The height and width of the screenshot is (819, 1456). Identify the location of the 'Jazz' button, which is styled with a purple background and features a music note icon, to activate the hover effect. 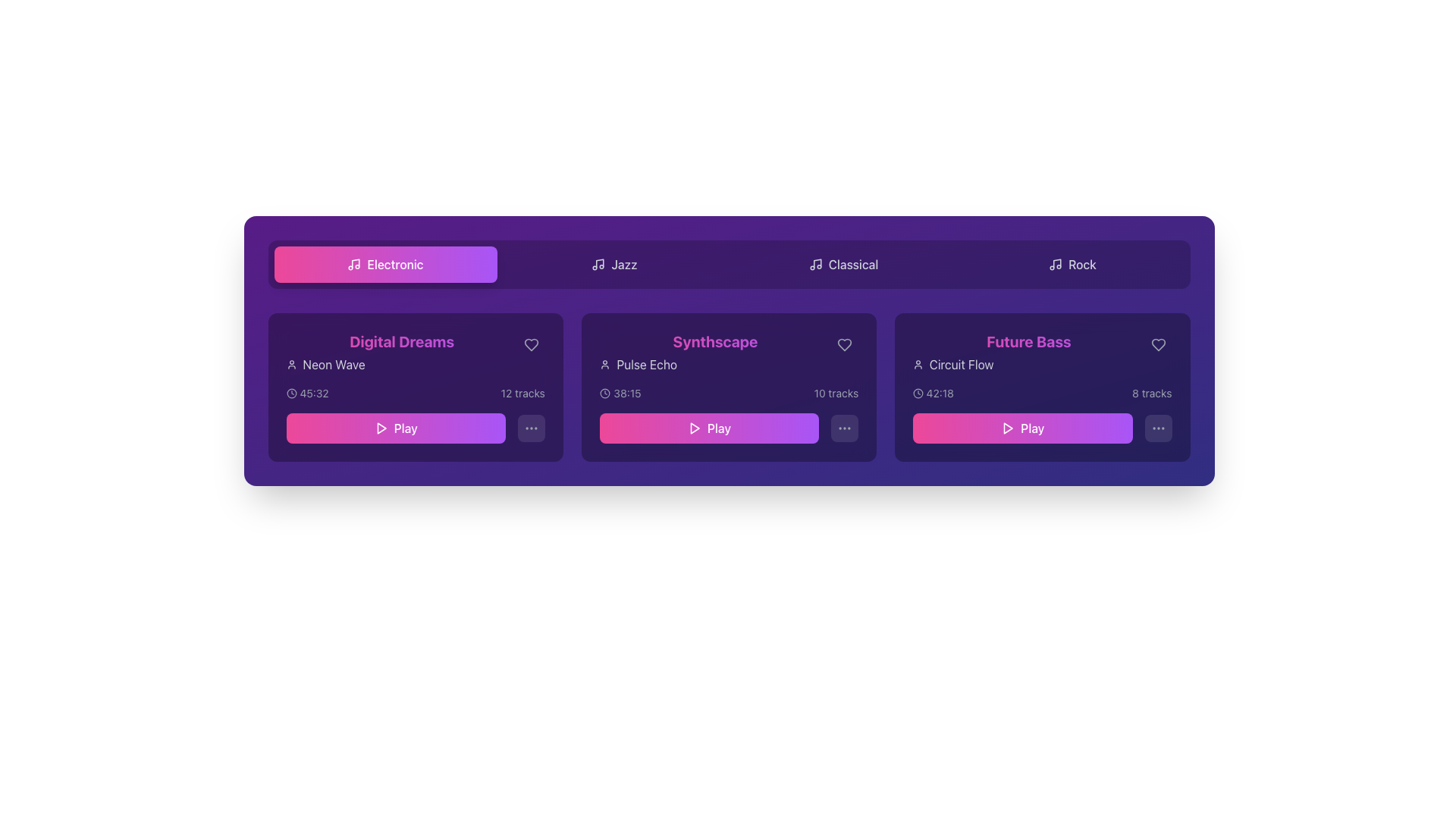
(614, 263).